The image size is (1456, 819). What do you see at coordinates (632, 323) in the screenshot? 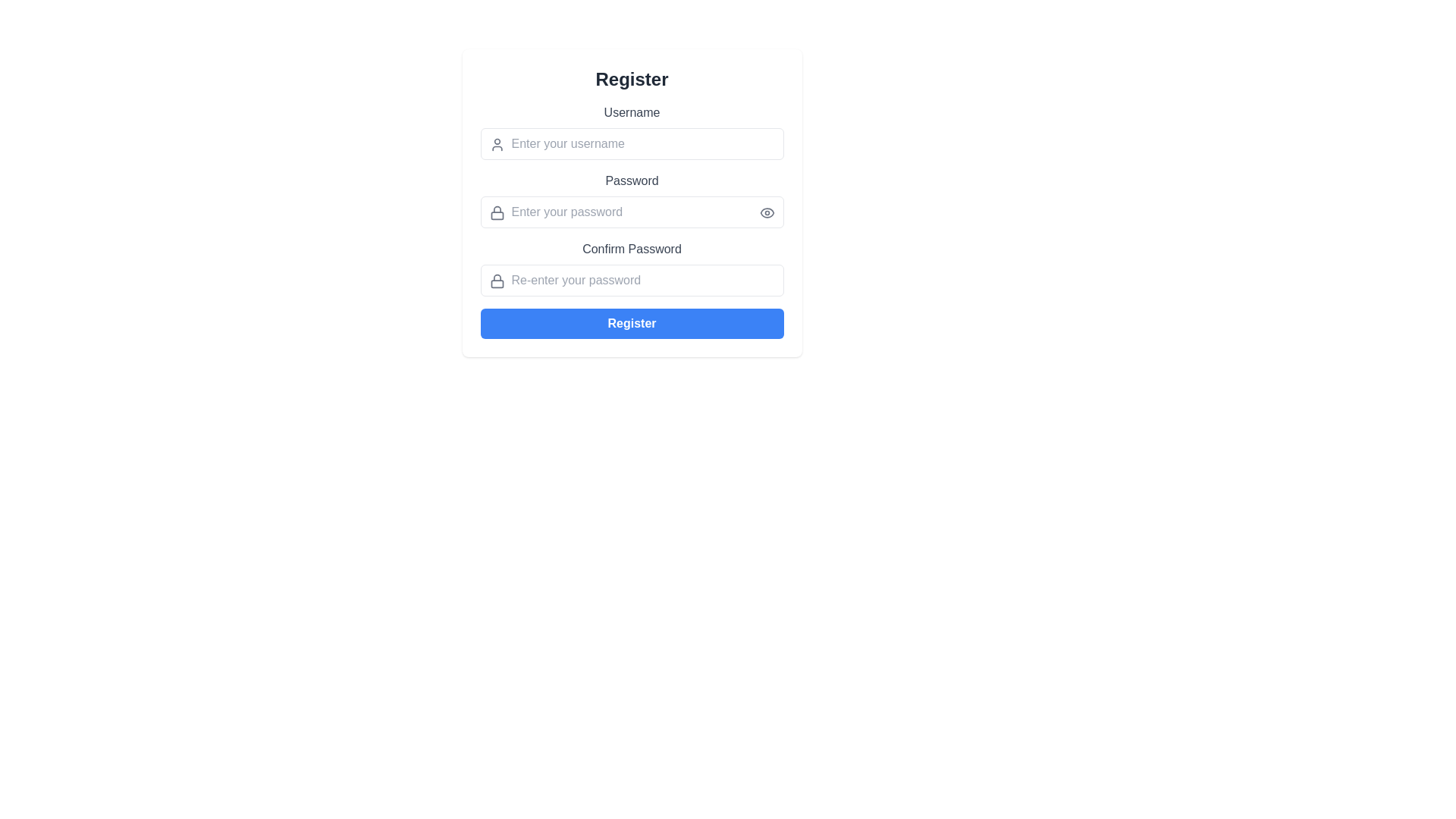
I see `the submit button located below the 'Confirm Password' field in the registration form` at bounding box center [632, 323].